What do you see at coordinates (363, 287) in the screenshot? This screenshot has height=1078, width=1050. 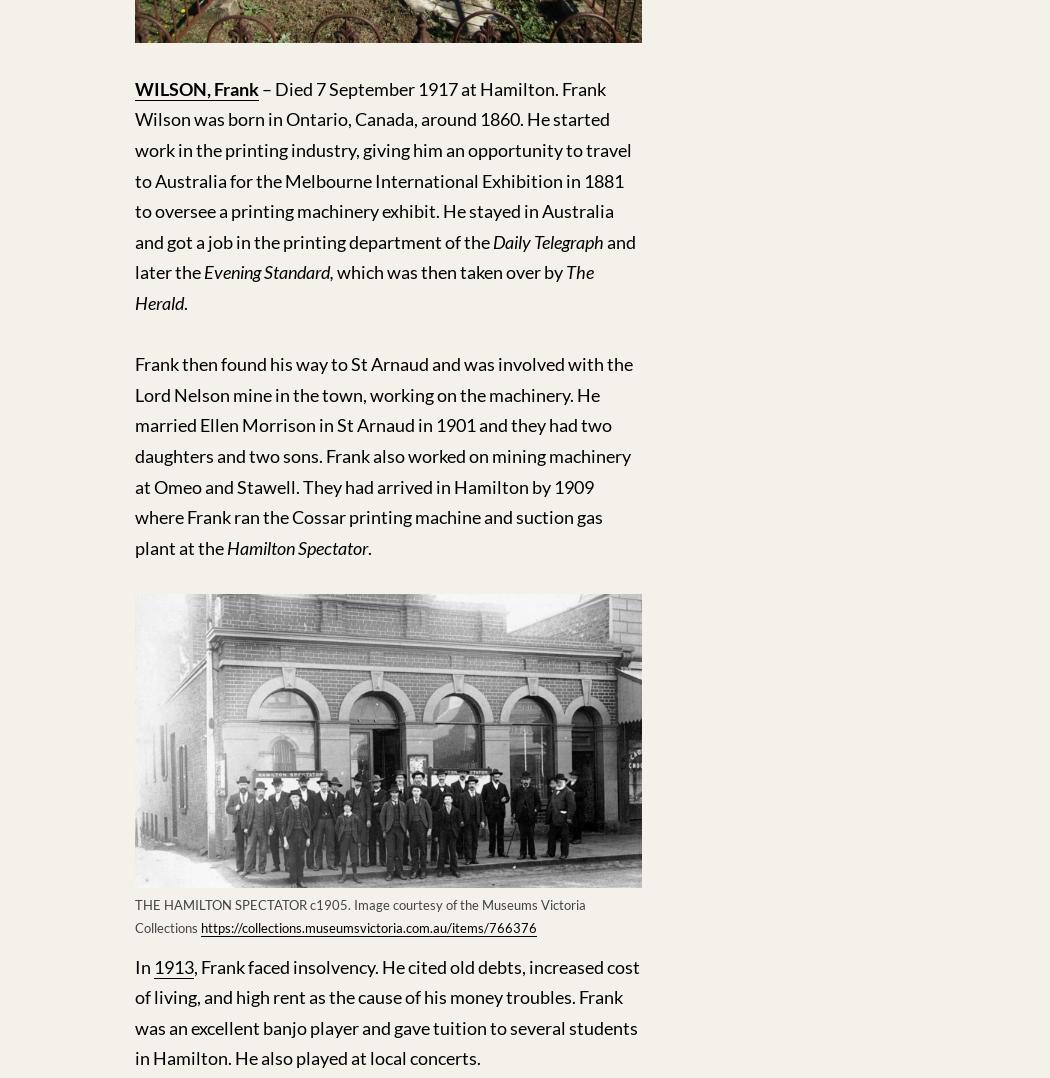 I see `'The Herald'` at bounding box center [363, 287].